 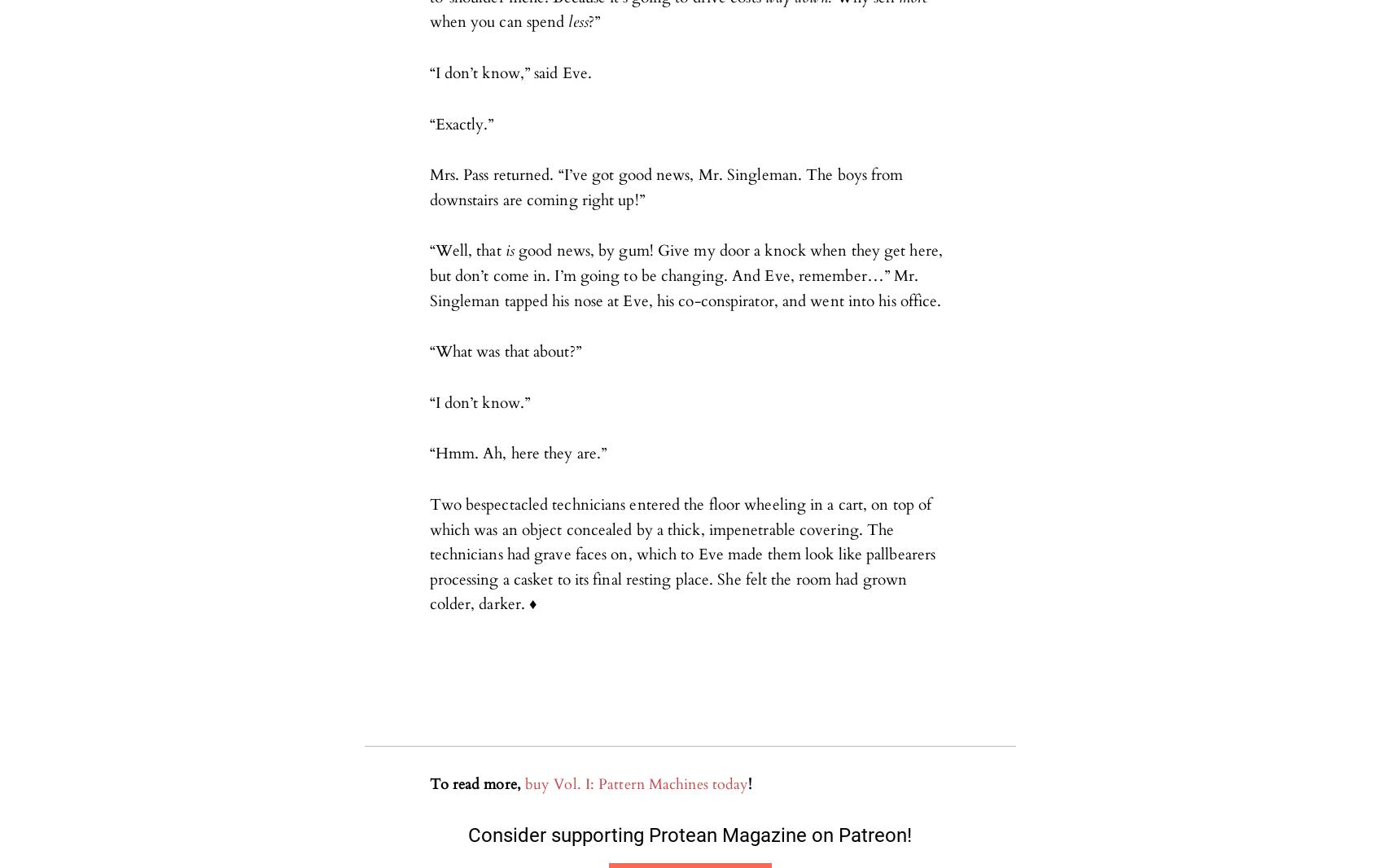 I want to click on '“I don’t know,” said Eve.', so click(x=509, y=72).